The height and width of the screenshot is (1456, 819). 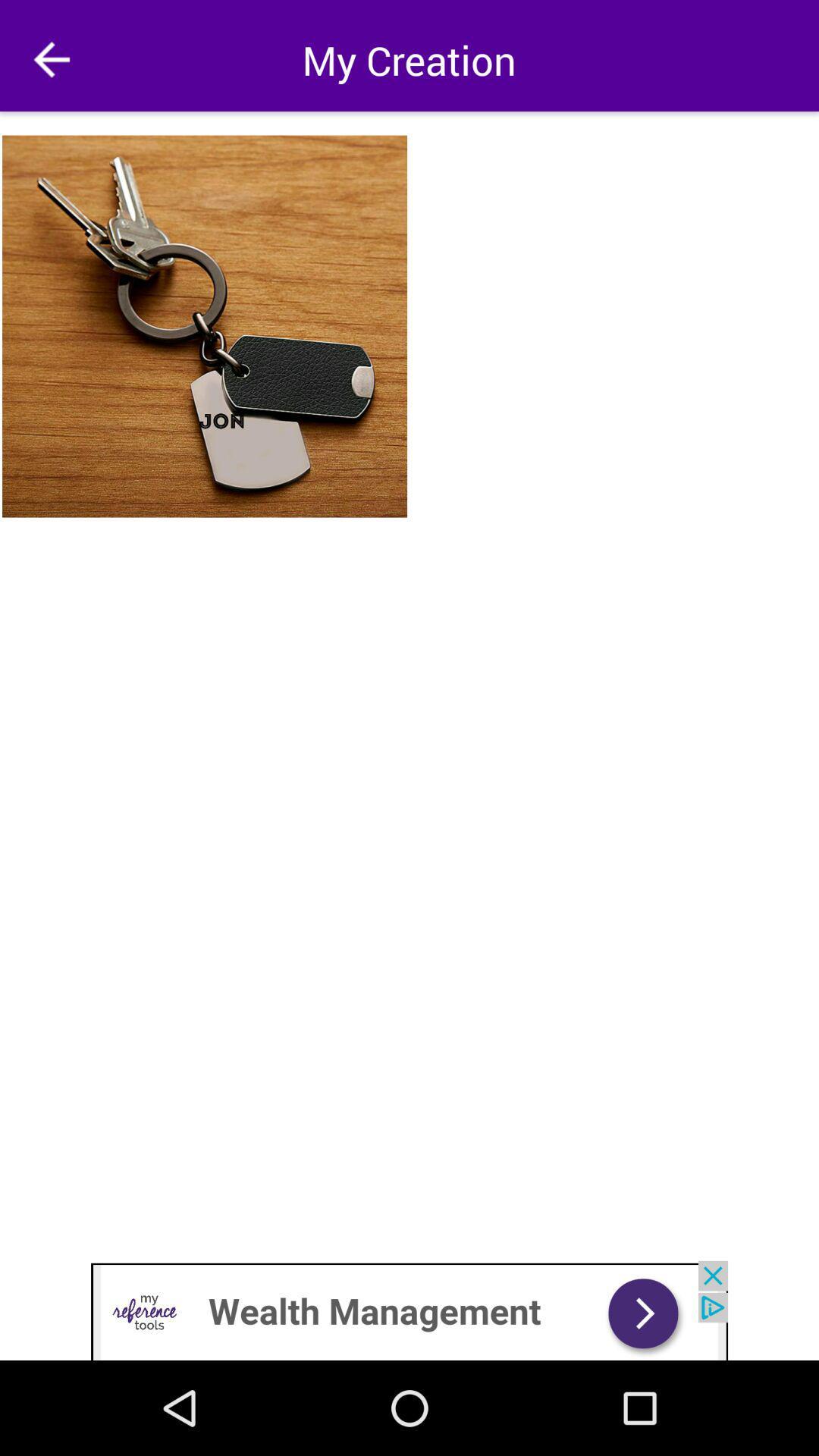 What do you see at coordinates (409, 1310) in the screenshot?
I see `open advertisement` at bounding box center [409, 1310].